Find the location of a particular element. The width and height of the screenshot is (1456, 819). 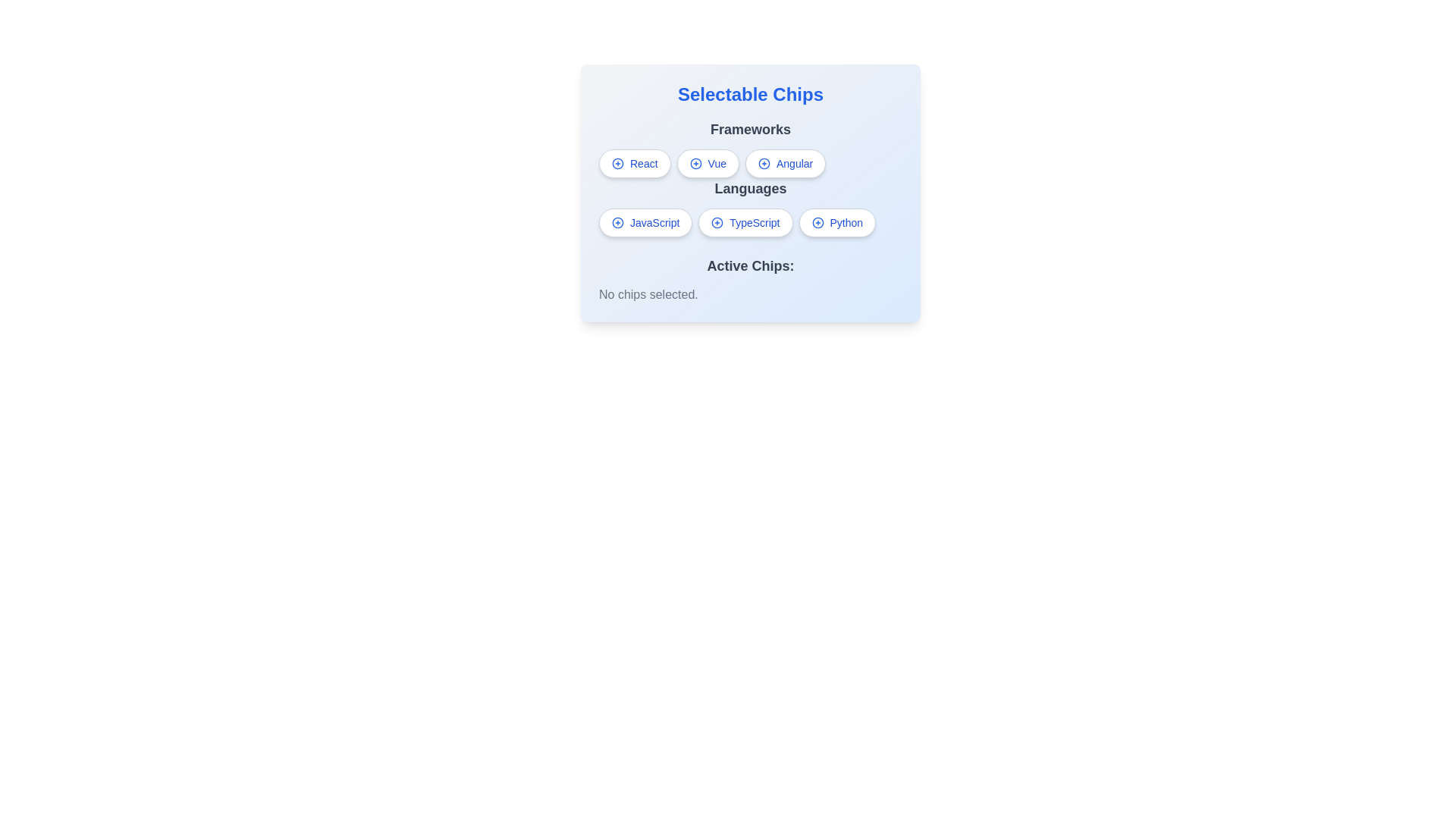

the blue circle that is part of the 'plus' symbol icon located at the center of the 'Vue' chip in the 'Frameworks' section is located at coordinates (695, 164).